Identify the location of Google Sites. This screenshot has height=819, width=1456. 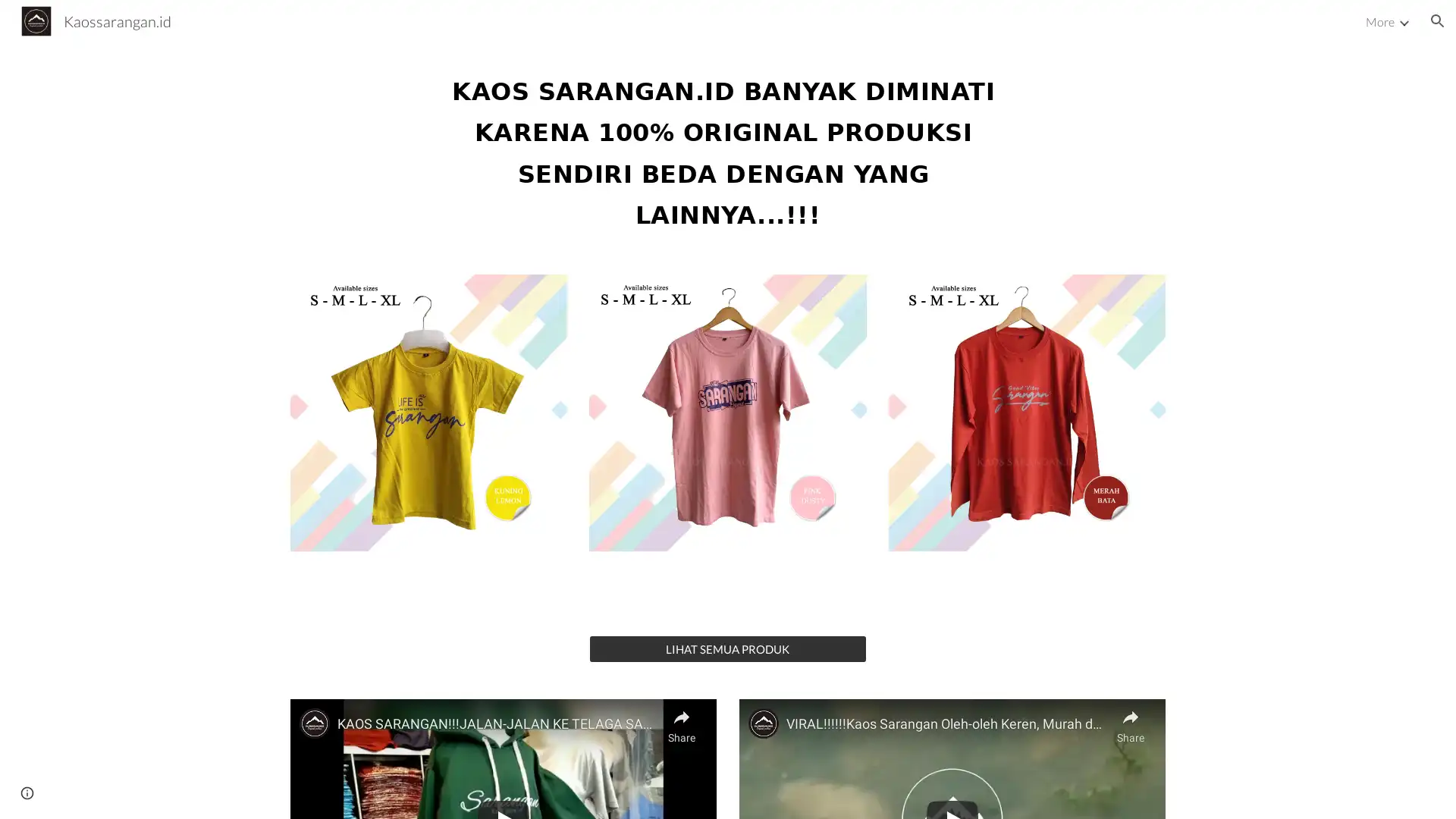
(117, 792).